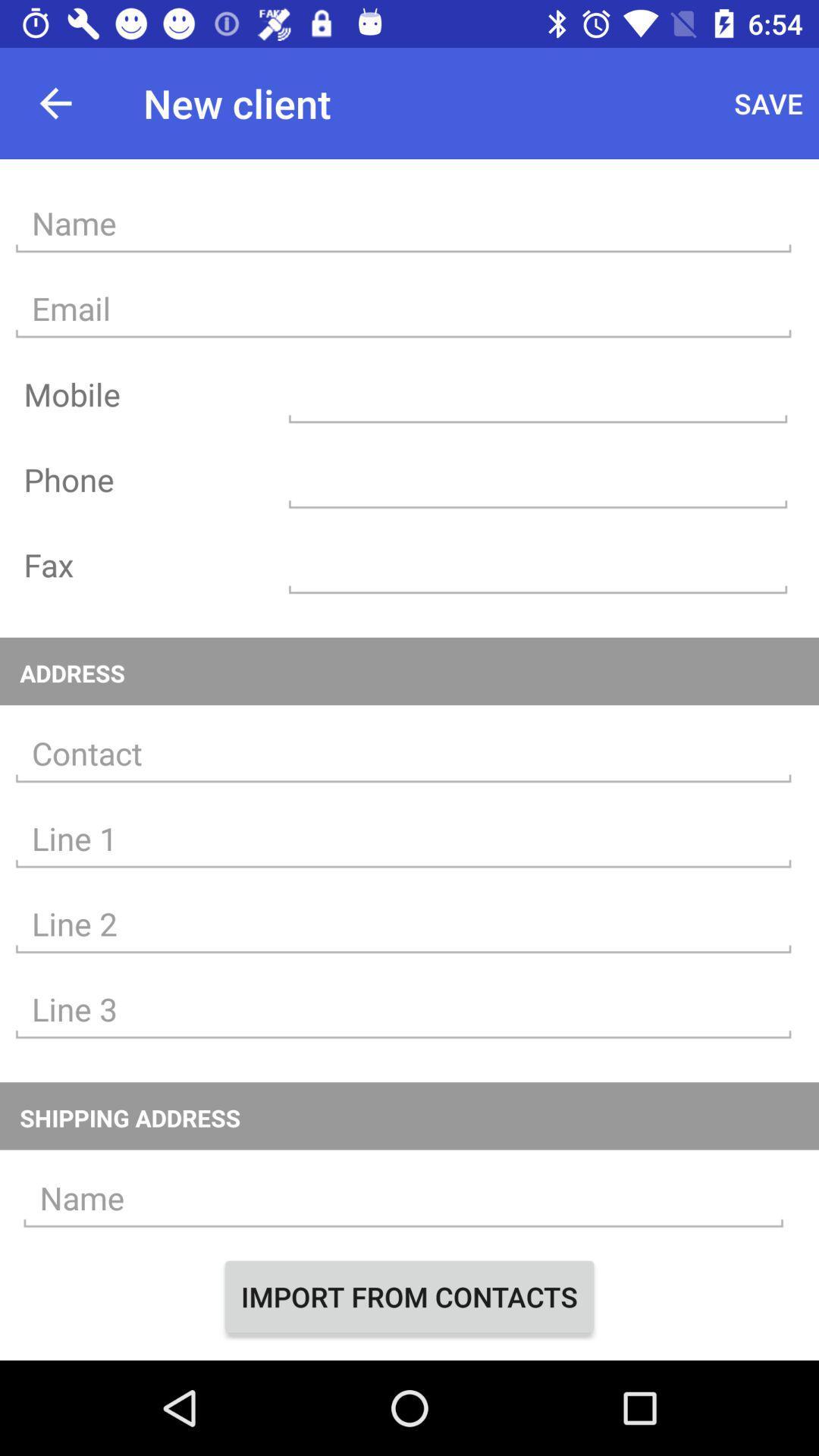 The height and width of the screenshot is (1456, 819). Describe the element at coordinates (537, 564) in the screenshot. I see `fax number` at that location.